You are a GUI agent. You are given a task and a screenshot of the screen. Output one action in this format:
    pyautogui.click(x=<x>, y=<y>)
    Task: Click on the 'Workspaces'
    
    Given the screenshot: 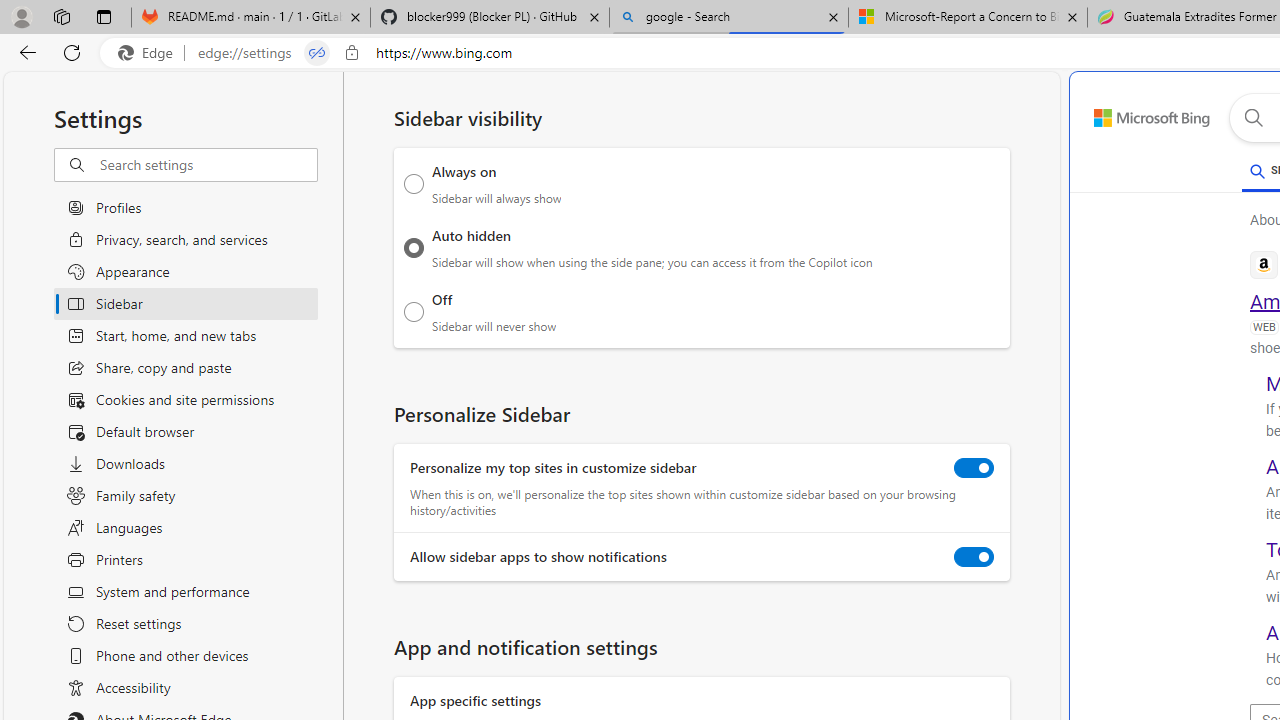 What is the action you would take?
    pyautogui.click(x=61, y=16)
    